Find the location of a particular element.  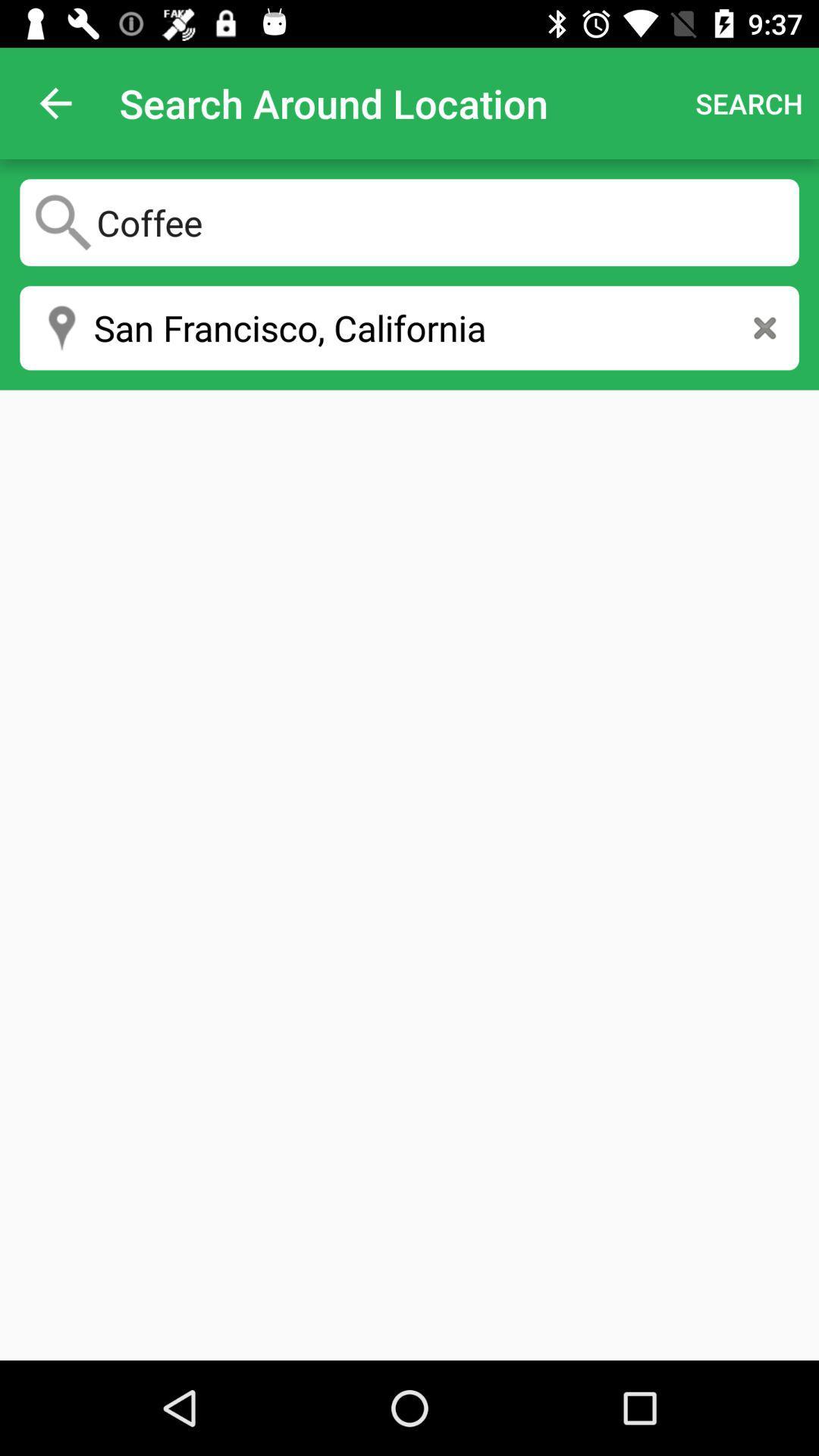

the icon below the coffee icon is located at coordinates (409, 327).